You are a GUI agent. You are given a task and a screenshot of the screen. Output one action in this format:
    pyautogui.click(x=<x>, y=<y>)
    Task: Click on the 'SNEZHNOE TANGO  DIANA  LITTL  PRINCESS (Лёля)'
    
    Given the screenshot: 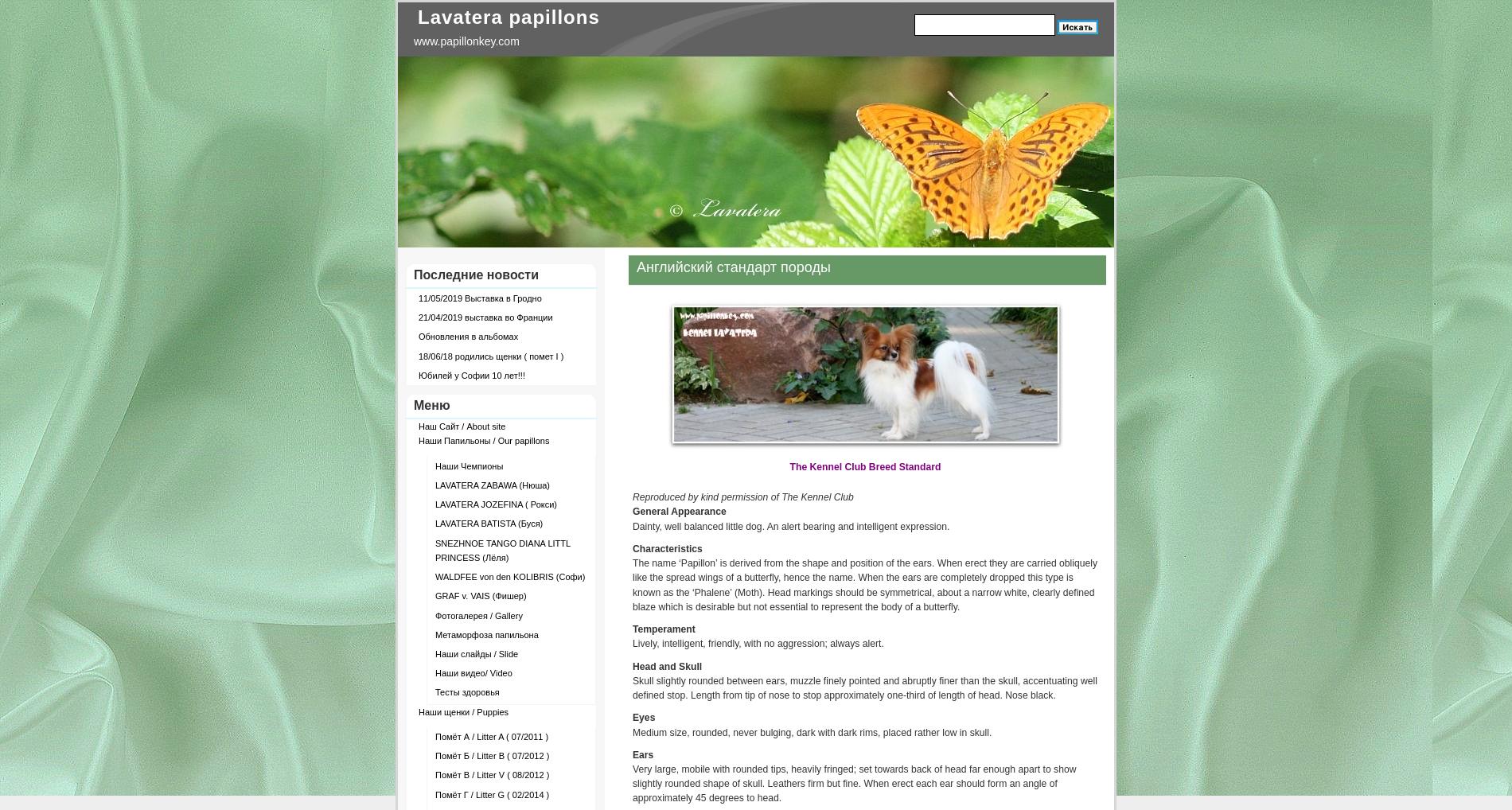 What is the action you would take?
    pyautogui.click(x=502, y=550)
    